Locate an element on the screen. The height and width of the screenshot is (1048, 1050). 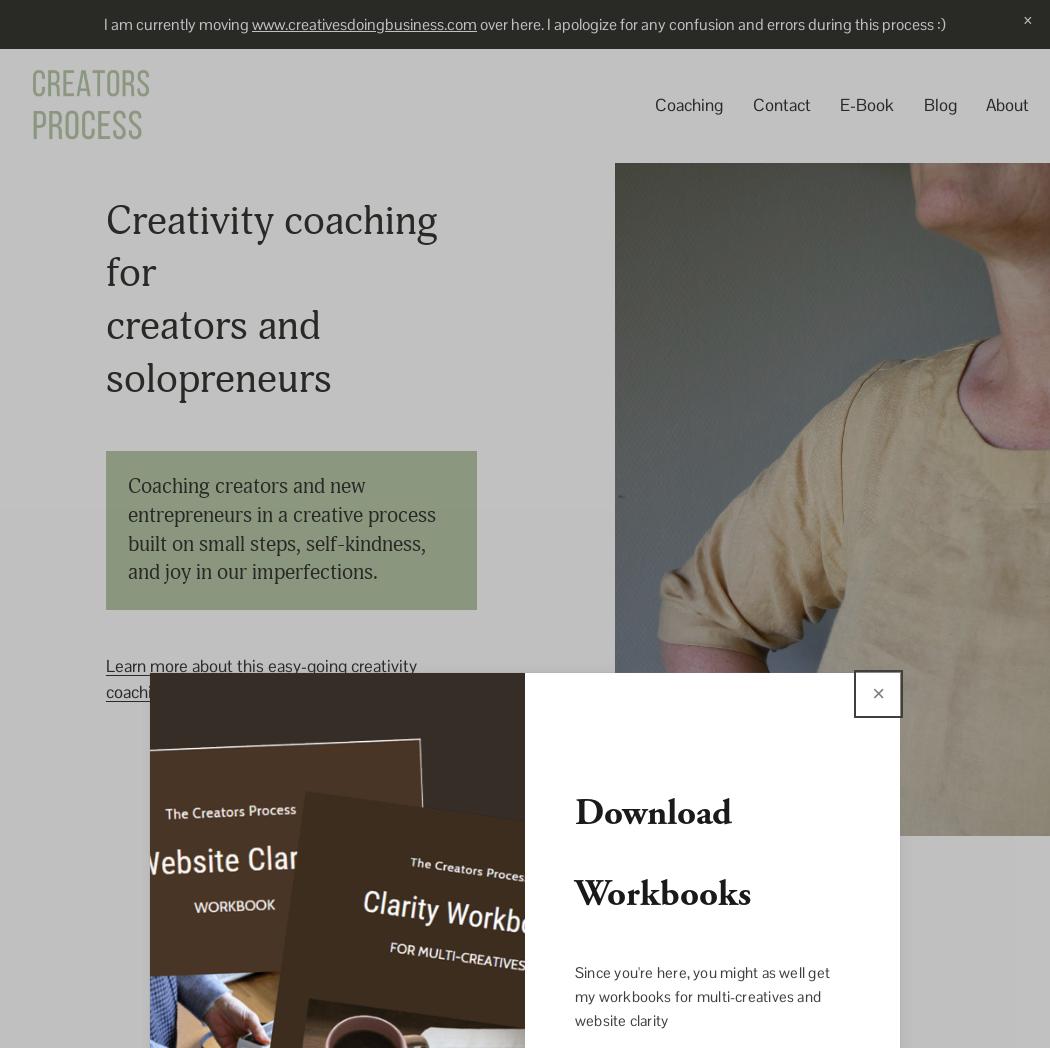
'About' is located at coordinates (1007, 104).